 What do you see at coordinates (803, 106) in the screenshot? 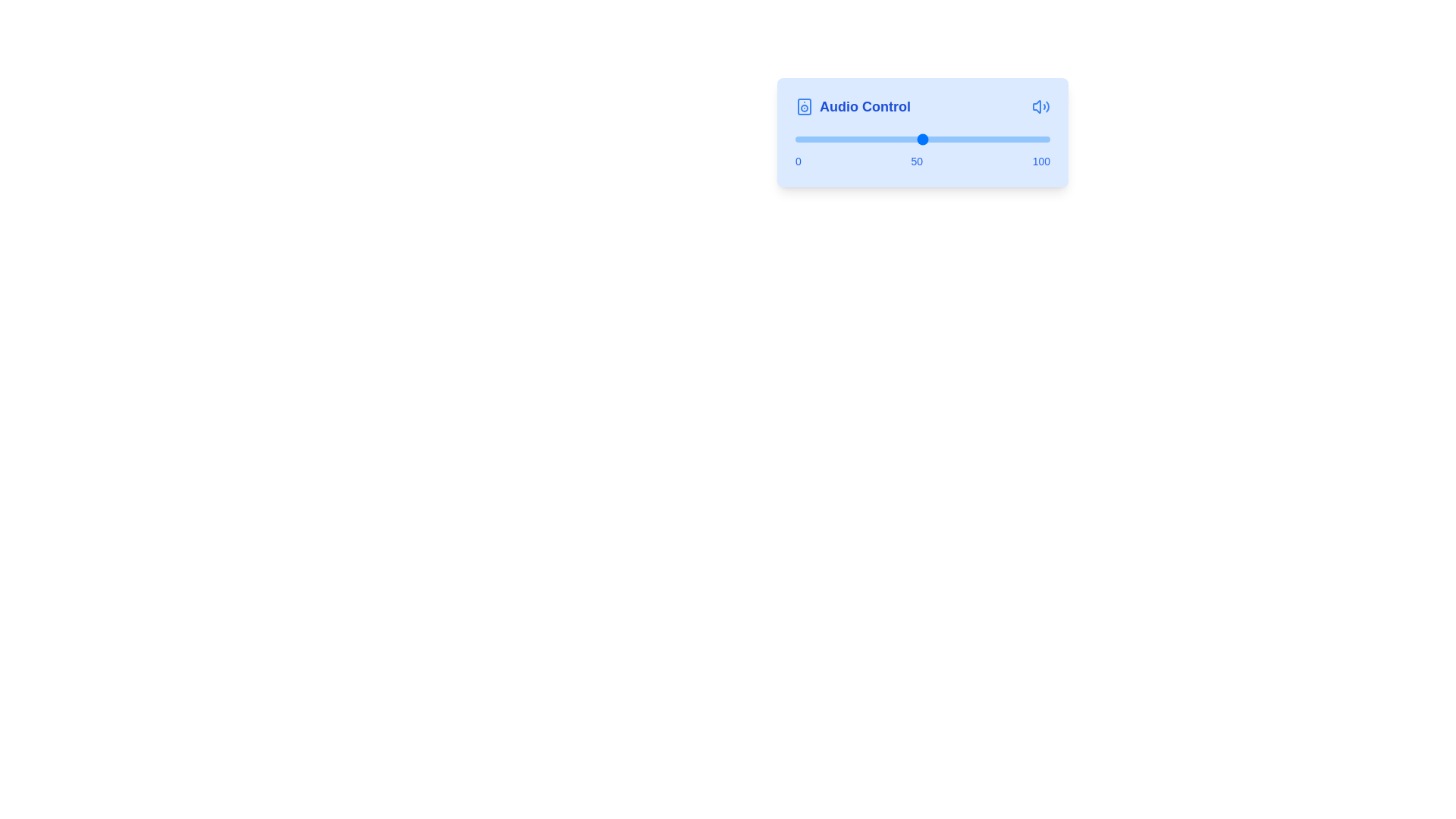
I see `the blue-stroked speaker icon located to the left of the 'Audio Control' text` at bounding box center [803, 106].